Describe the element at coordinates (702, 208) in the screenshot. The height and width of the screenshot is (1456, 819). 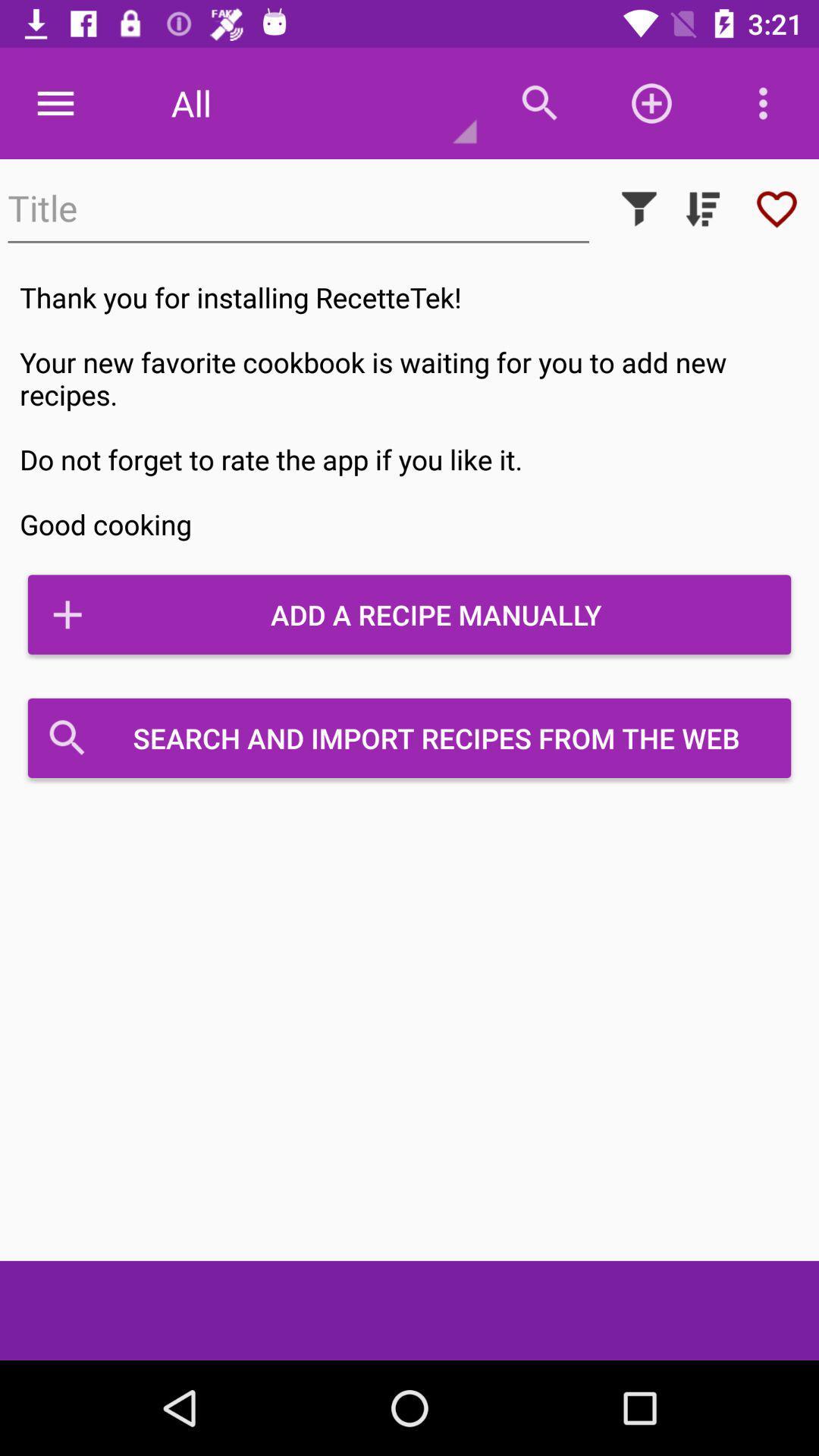
I see `the filter_list icon` at that location.